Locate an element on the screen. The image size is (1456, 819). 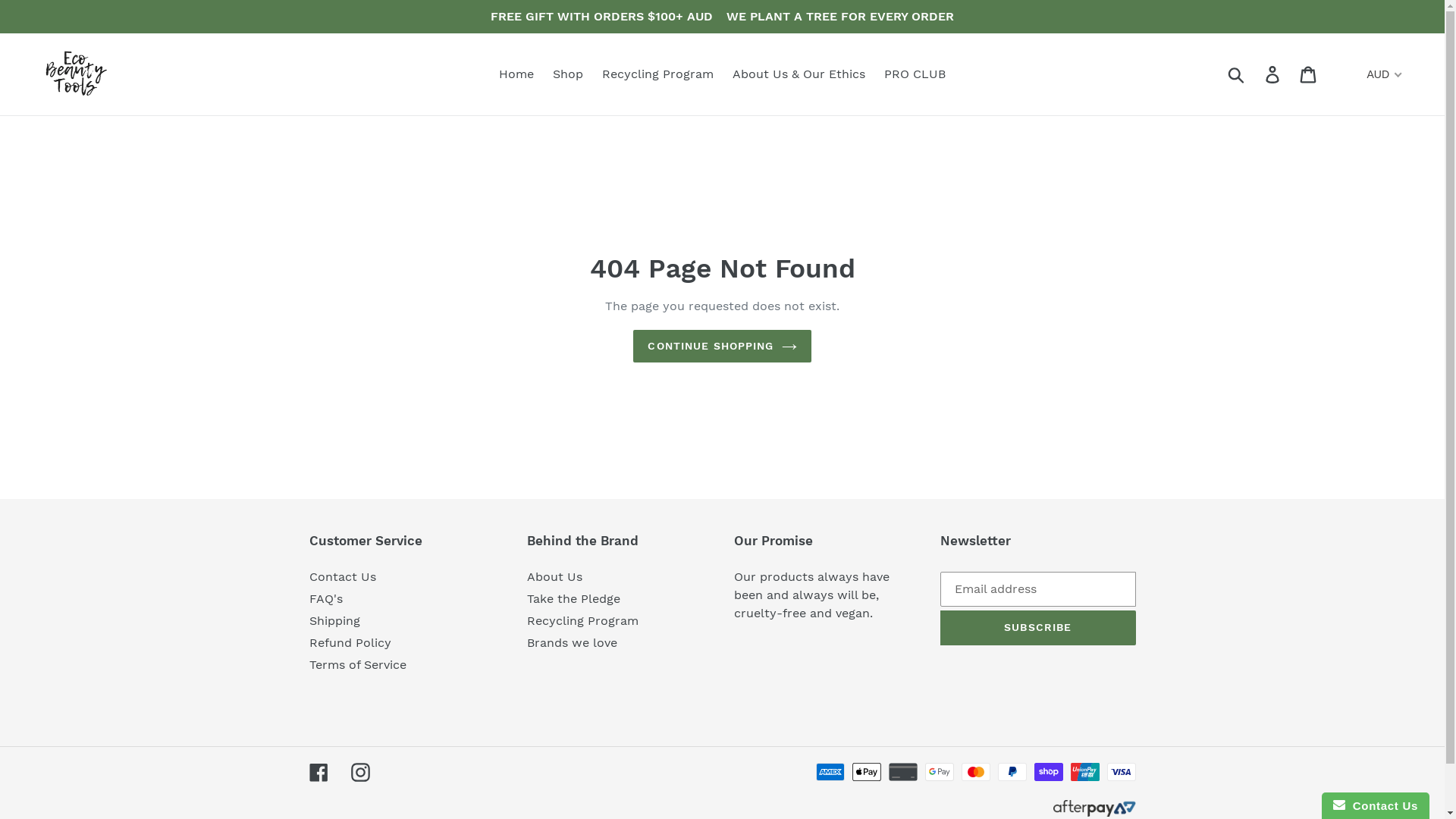
'Take the Pledge' is located at coordinates (573, 598).